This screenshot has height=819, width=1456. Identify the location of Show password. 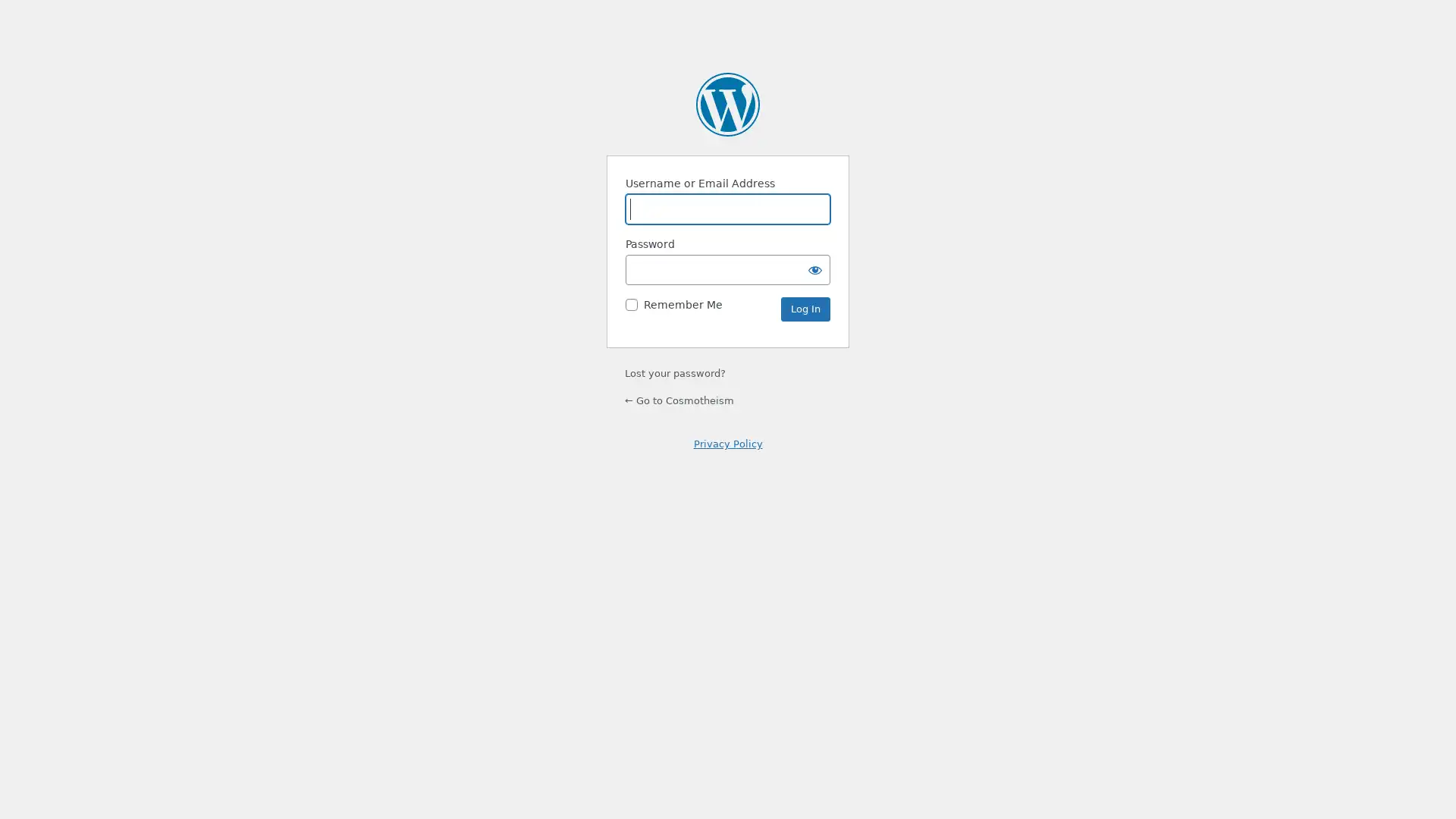
(814, 268).